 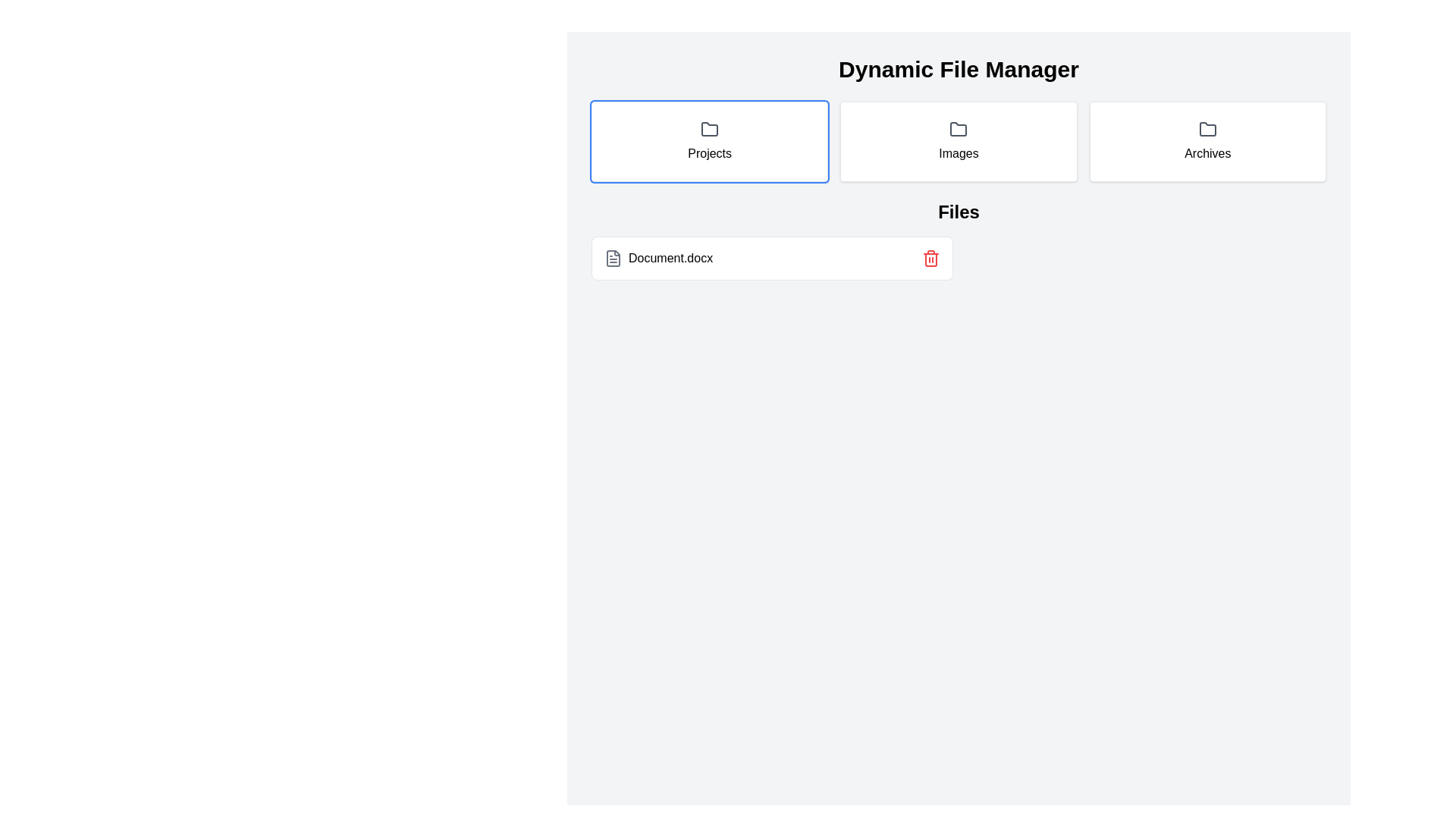 I want to click on the text label 'Archives' which is displayed in a medium-weight font at the center-bottom of its UI card, beneath a folder icon, so click(x=1207, y=154).